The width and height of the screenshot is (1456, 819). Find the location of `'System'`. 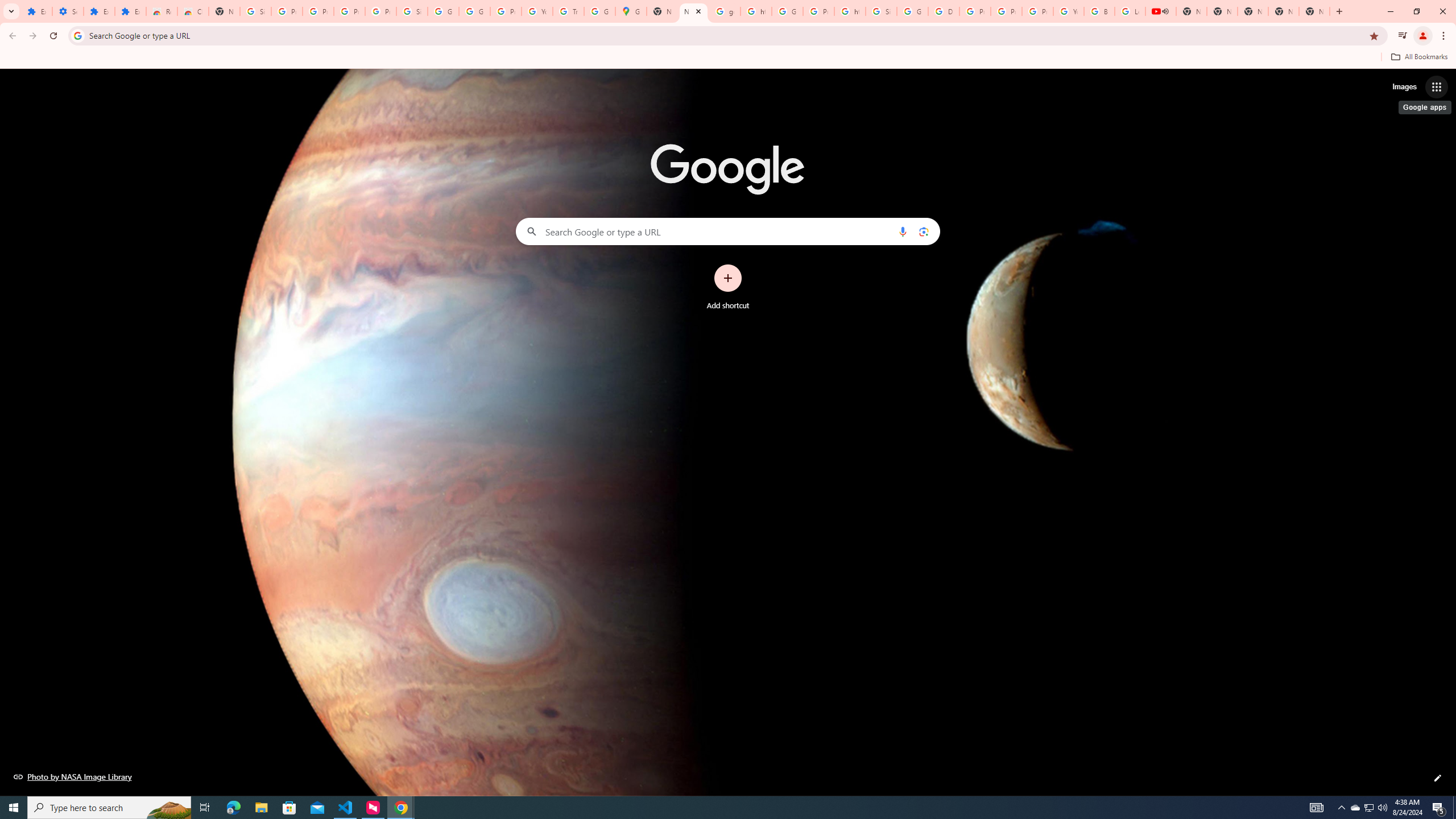

'System' is located at coordinates (6, 5).